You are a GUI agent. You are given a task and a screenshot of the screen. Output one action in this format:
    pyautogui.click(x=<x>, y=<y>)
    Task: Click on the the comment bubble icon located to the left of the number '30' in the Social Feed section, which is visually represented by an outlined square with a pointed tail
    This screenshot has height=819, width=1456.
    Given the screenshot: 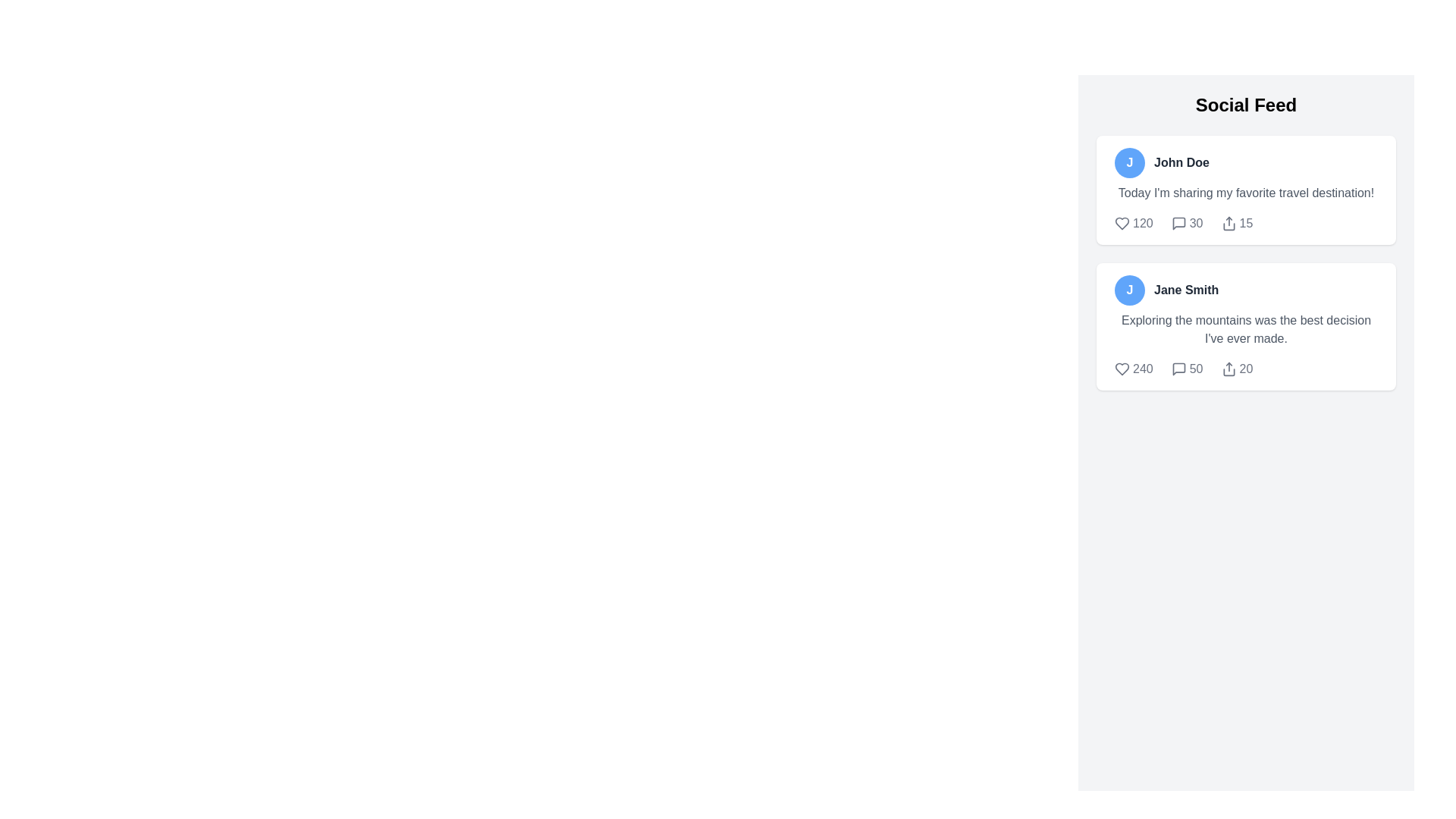 What is the action you would take?
    pyautogui.click(x=1178, y=223)
    